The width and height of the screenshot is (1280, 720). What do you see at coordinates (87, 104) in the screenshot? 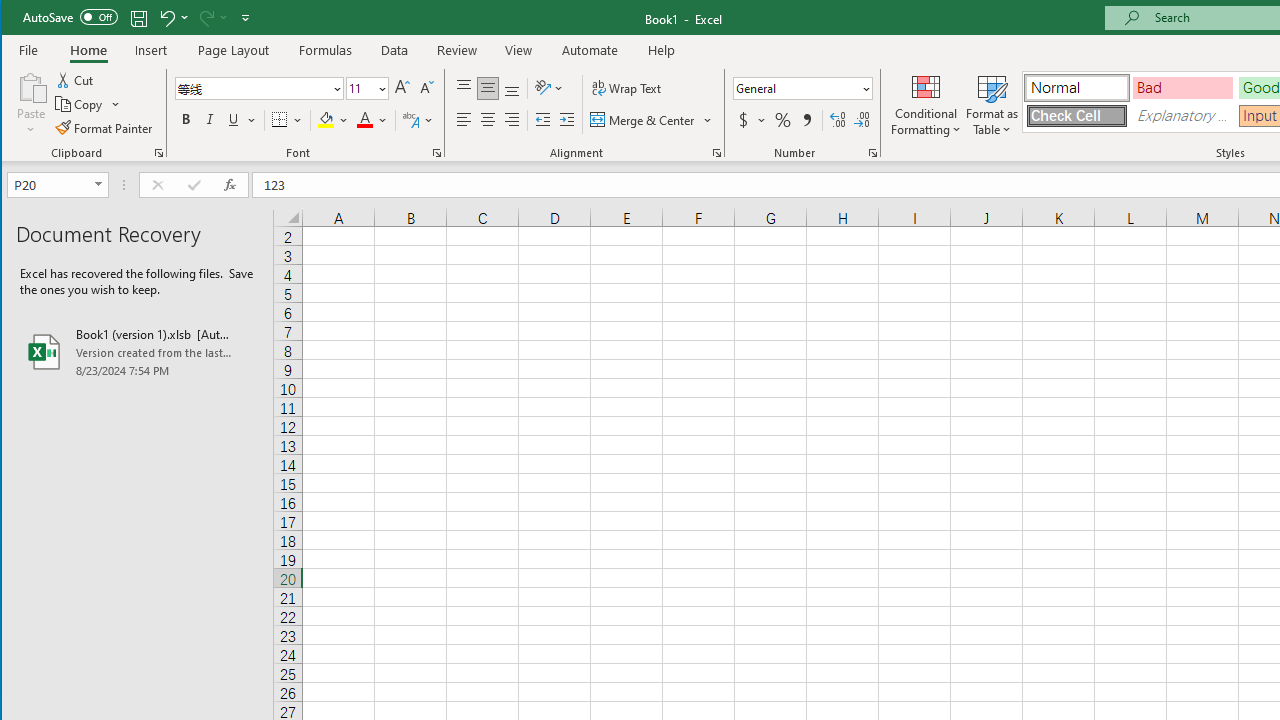
I see `'Copy'` at bounding box center [87, 104].